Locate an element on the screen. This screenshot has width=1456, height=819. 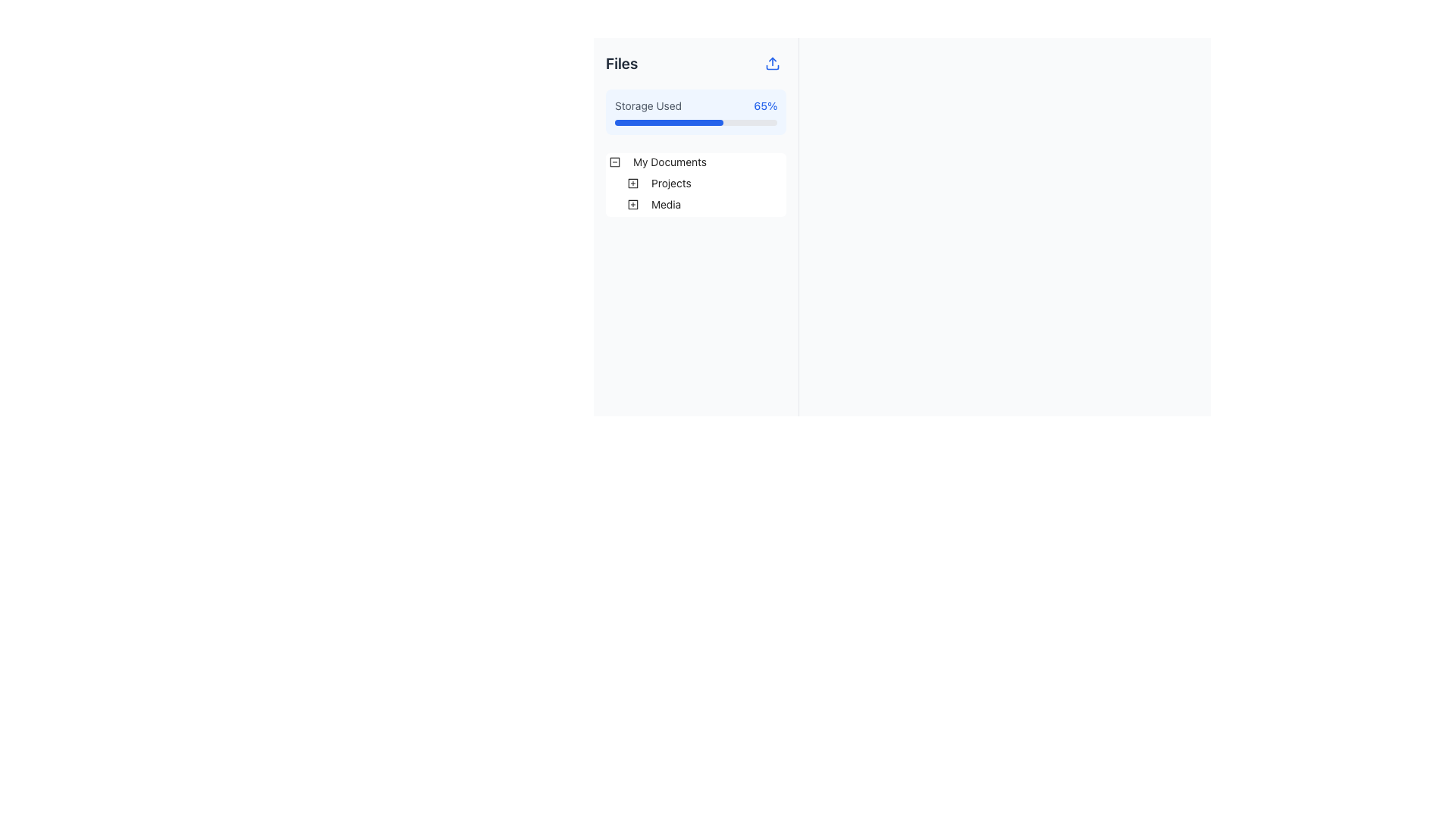
the horizontal indentation guide or spacer to the left of the 'Media' item in the file tree structure is located at coordinates (615, 205).